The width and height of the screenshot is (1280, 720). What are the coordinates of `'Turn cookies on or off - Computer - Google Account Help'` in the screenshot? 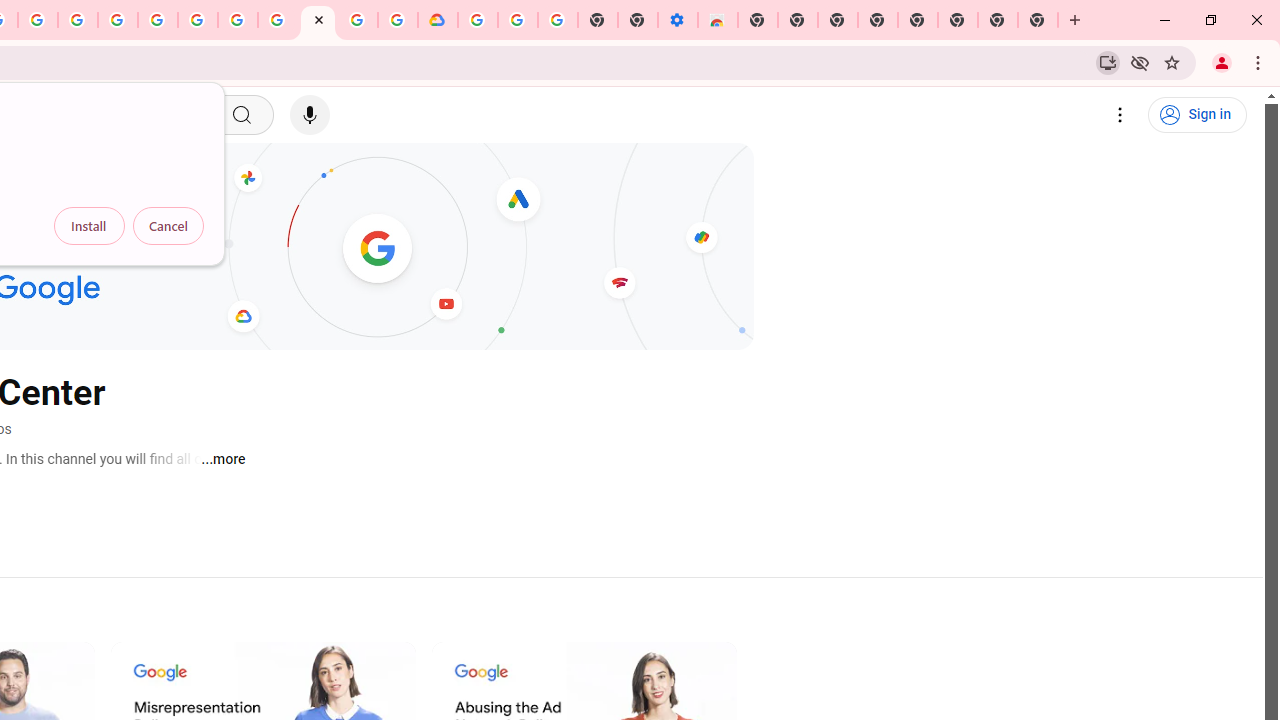 It's located at (558, 20).